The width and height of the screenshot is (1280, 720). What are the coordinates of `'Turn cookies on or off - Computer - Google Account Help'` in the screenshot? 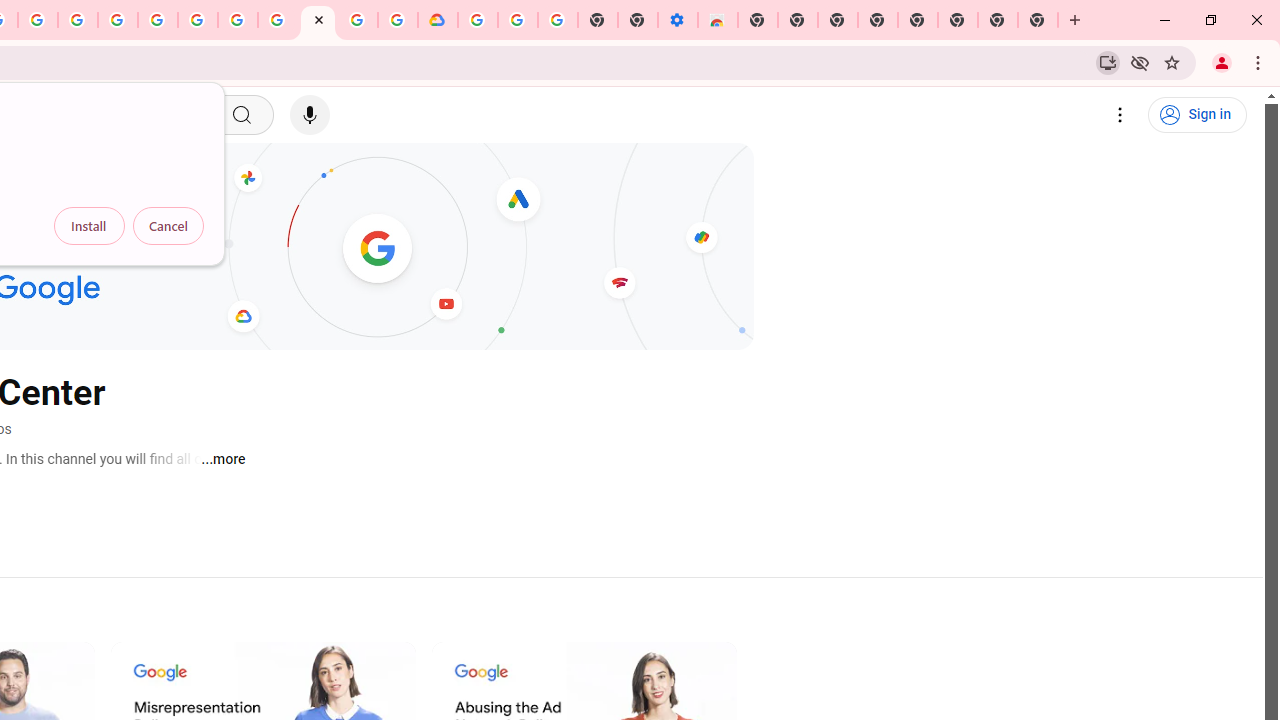 It's located at (558, 20).